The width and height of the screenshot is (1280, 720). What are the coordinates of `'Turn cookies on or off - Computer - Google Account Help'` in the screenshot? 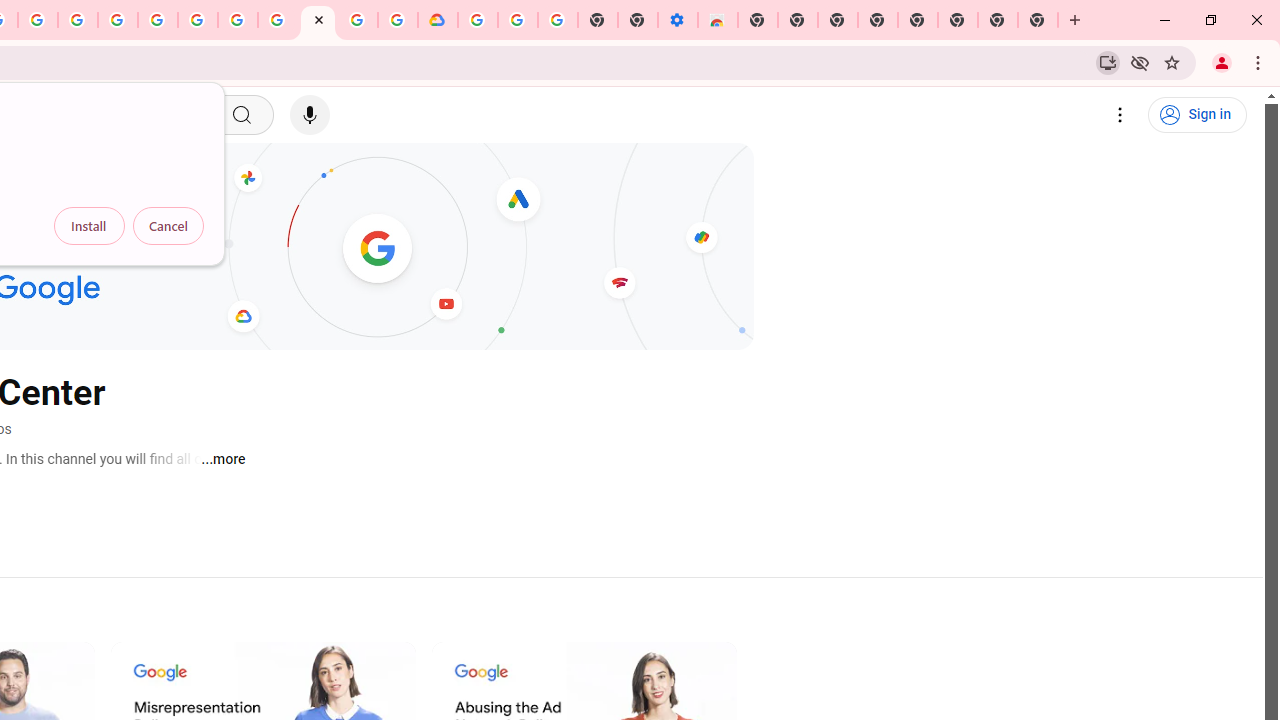 It's located at (558, 20).